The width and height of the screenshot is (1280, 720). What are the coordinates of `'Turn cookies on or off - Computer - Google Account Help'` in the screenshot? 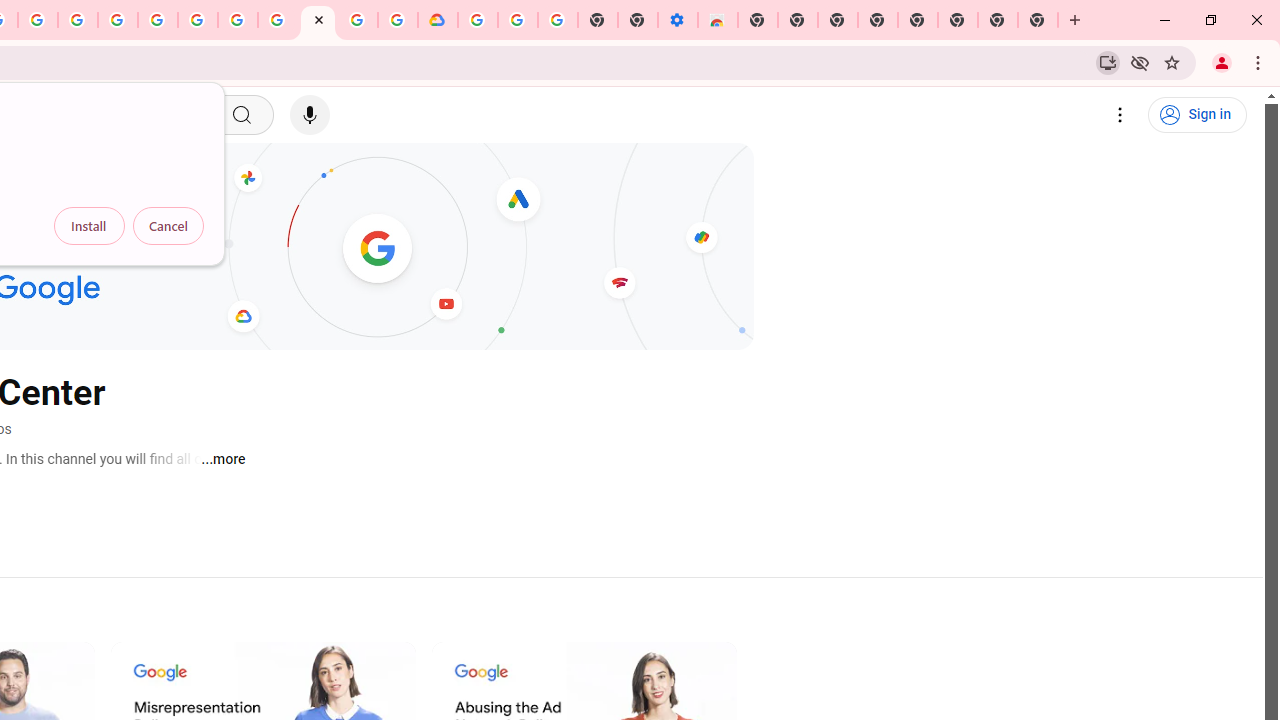 It's located at (558, 20).